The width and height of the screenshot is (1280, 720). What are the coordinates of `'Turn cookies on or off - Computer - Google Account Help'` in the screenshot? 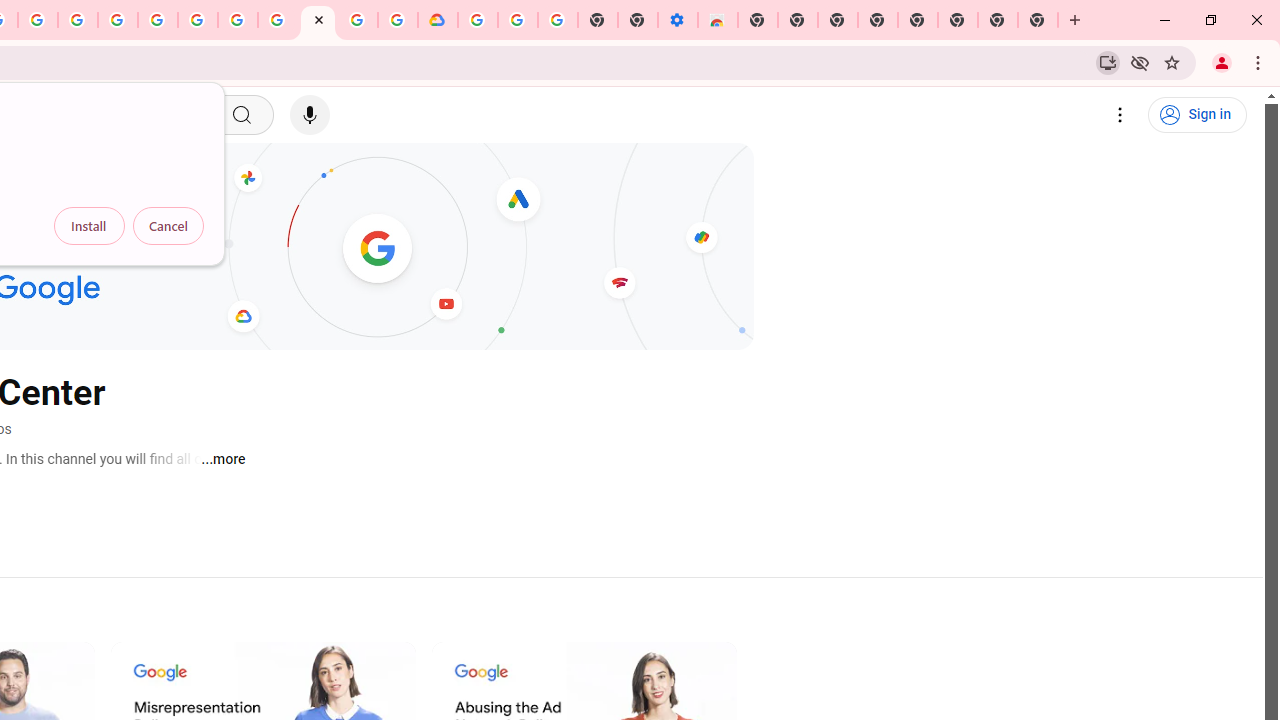 It's located at (558, 20).